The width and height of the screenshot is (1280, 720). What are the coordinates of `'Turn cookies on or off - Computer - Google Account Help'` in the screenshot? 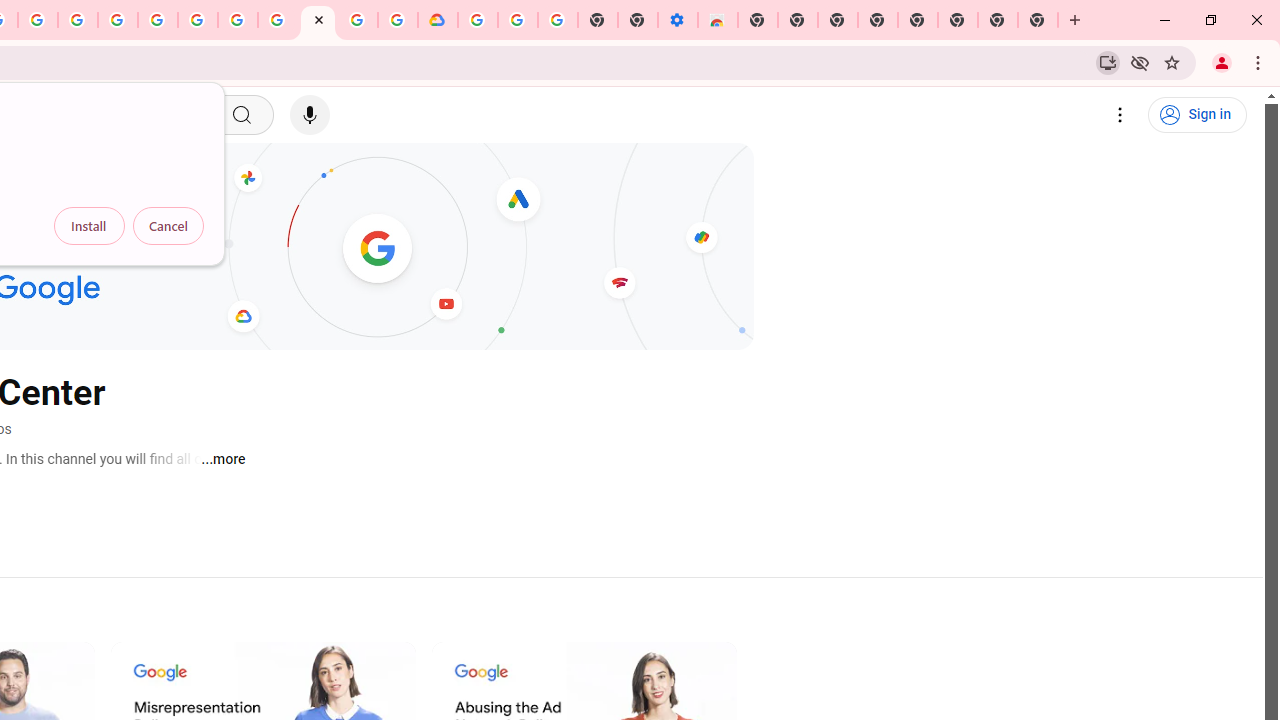 It's located at (558, 20).